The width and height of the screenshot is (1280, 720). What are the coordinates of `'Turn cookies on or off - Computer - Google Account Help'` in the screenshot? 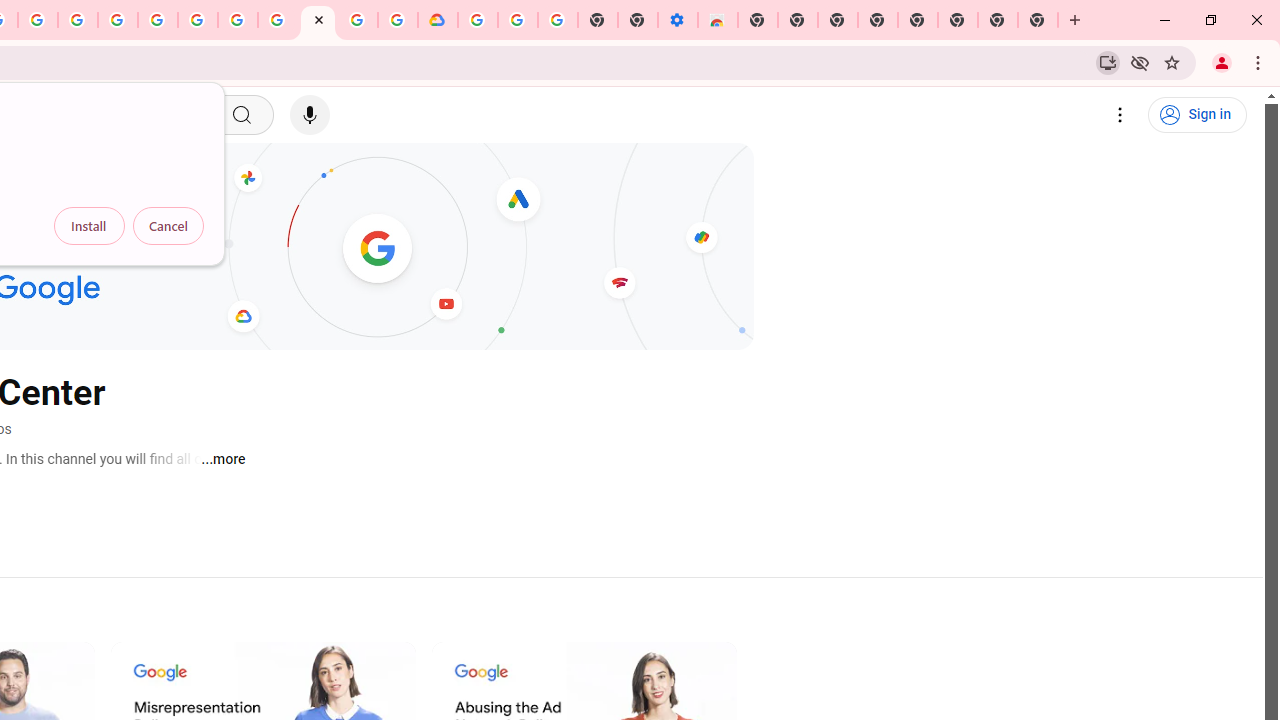 It's located at (558, 20).